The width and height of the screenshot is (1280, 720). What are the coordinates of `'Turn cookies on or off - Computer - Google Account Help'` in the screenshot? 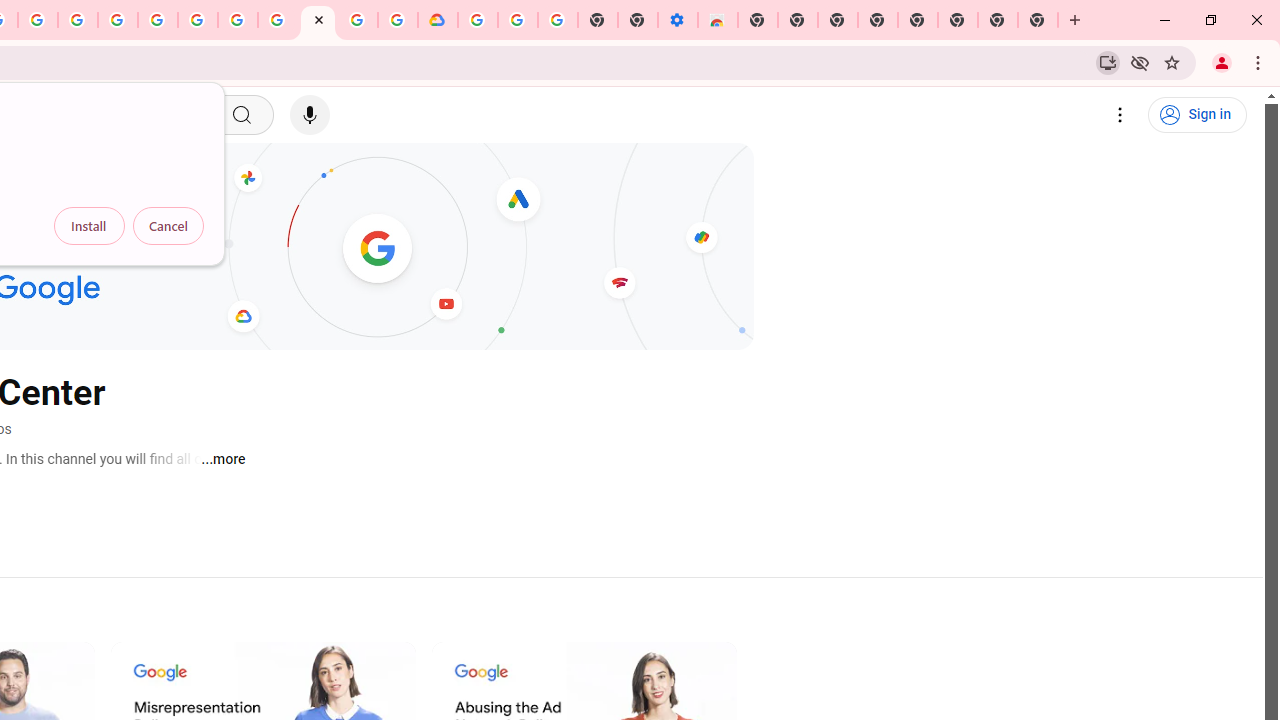 It's located at (558, 20).